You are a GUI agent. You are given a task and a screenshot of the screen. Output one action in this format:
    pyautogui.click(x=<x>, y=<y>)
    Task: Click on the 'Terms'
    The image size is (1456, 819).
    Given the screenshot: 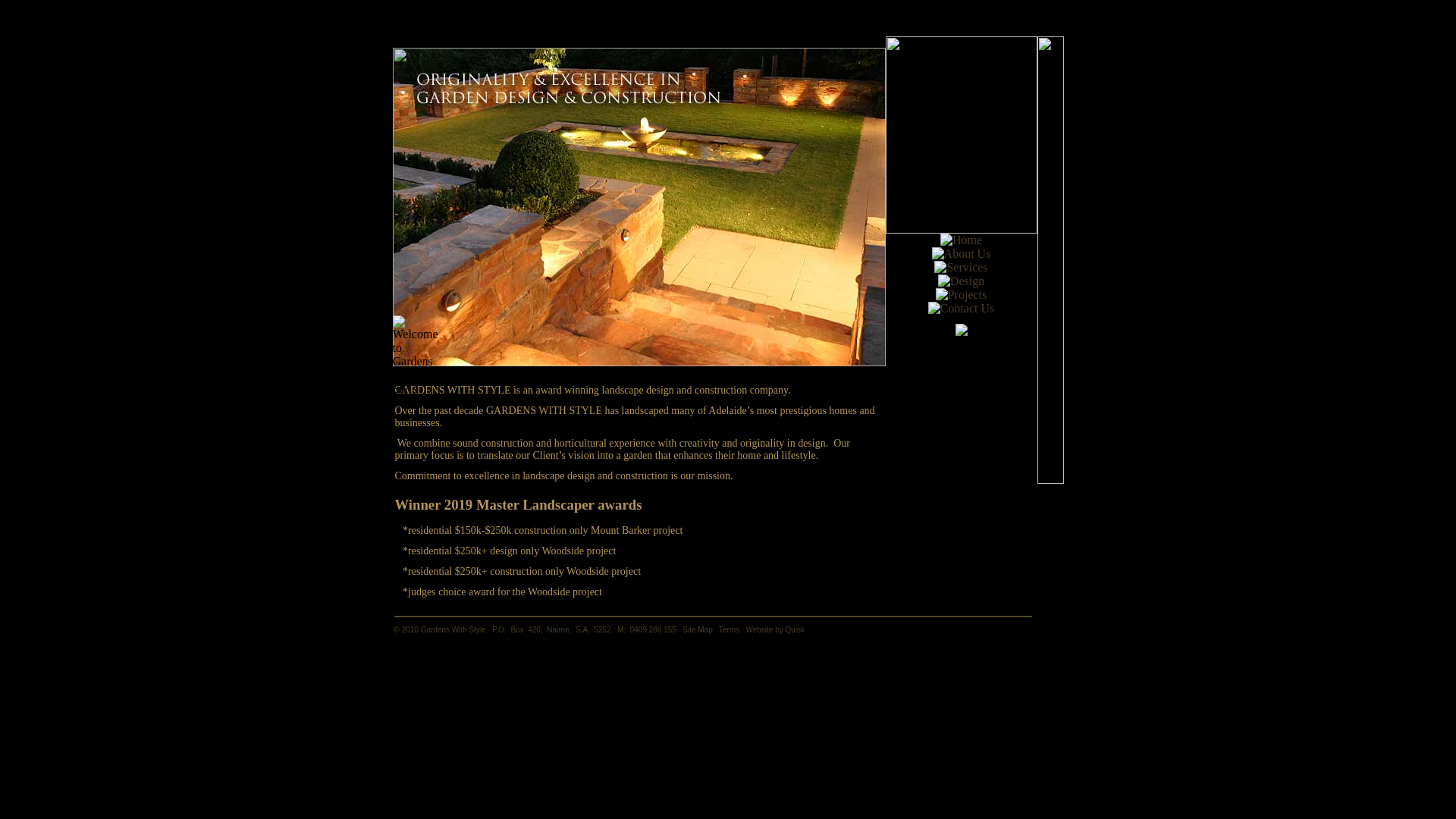 What is the action you would take?
    pyautogui.click(x=729, y=629)
    